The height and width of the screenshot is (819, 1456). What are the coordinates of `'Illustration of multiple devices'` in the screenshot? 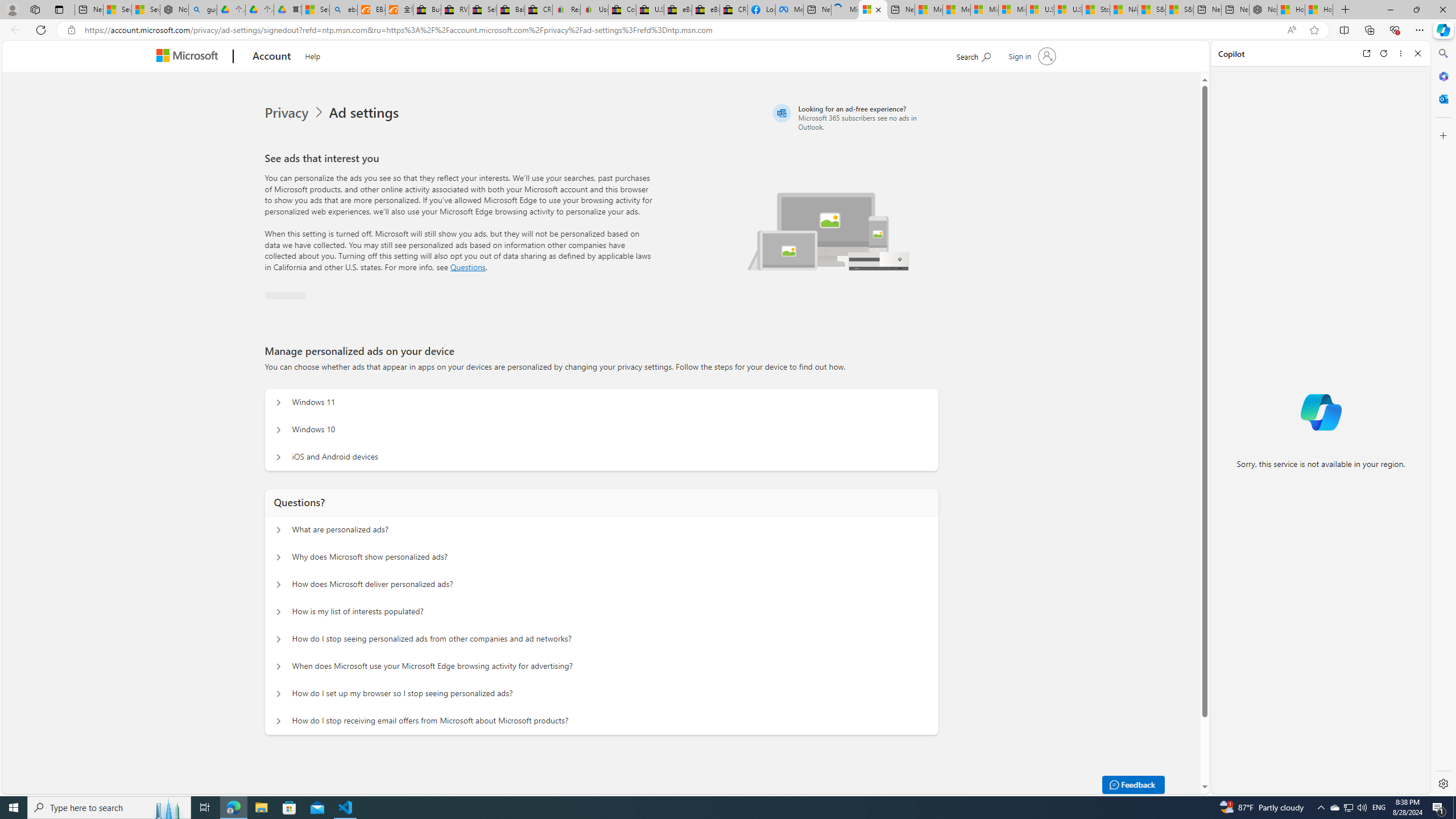 It's located at (828, 231).